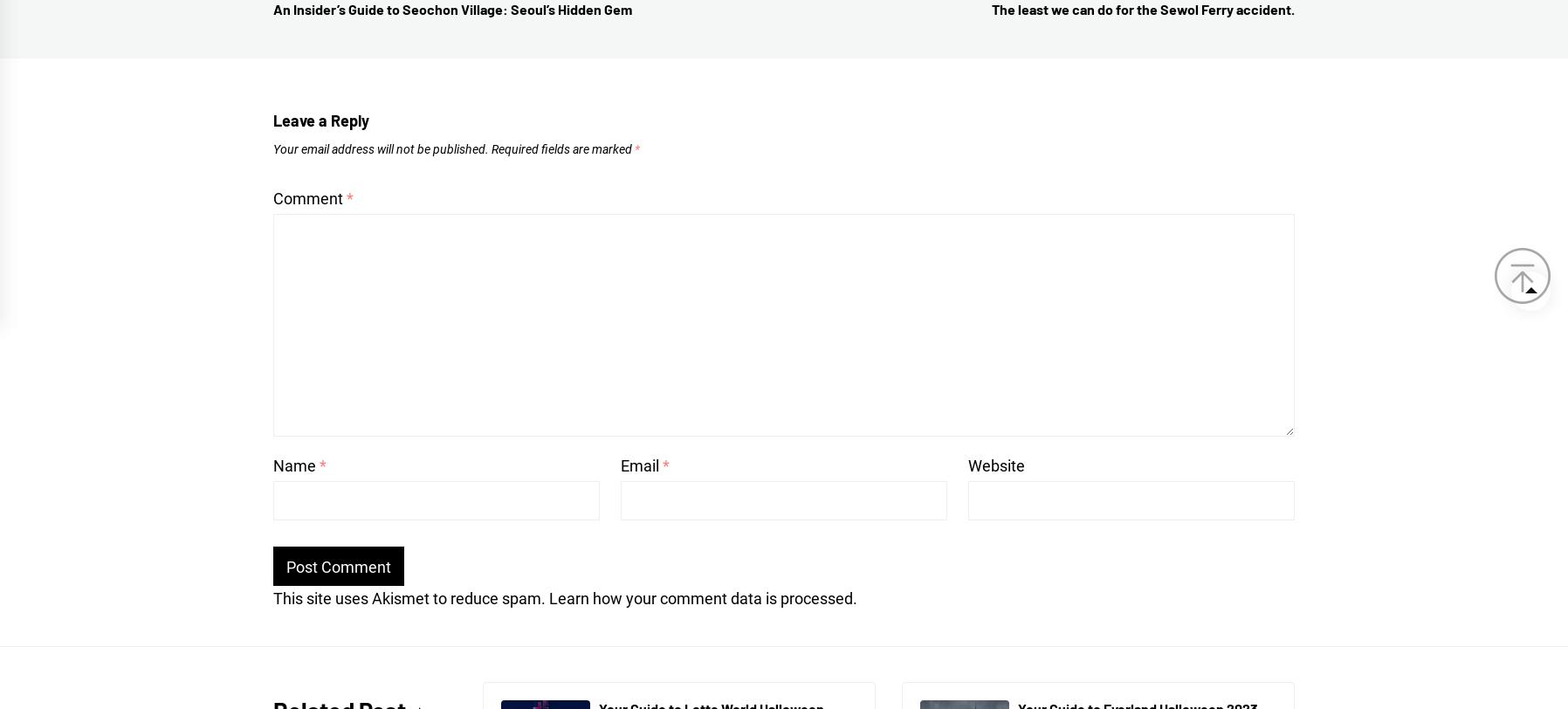  I want to click on 'Name', so click(296, 465).